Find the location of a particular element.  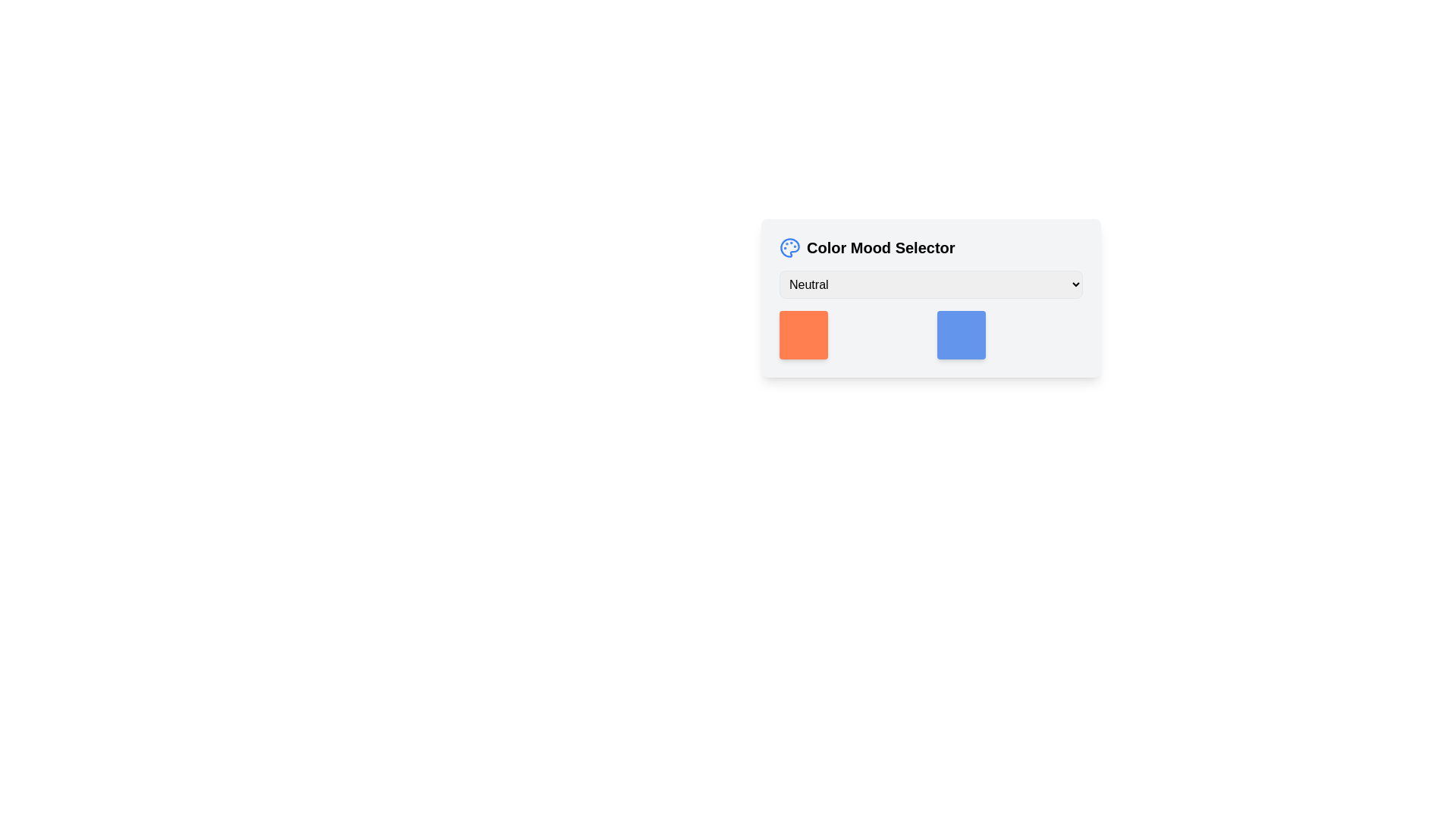

the Color Tile, a cornflower blue square tile with rounded borders located in the Color Mood Selector card, positioned to the right of the orange square tile is located at coordinates (960, 334).